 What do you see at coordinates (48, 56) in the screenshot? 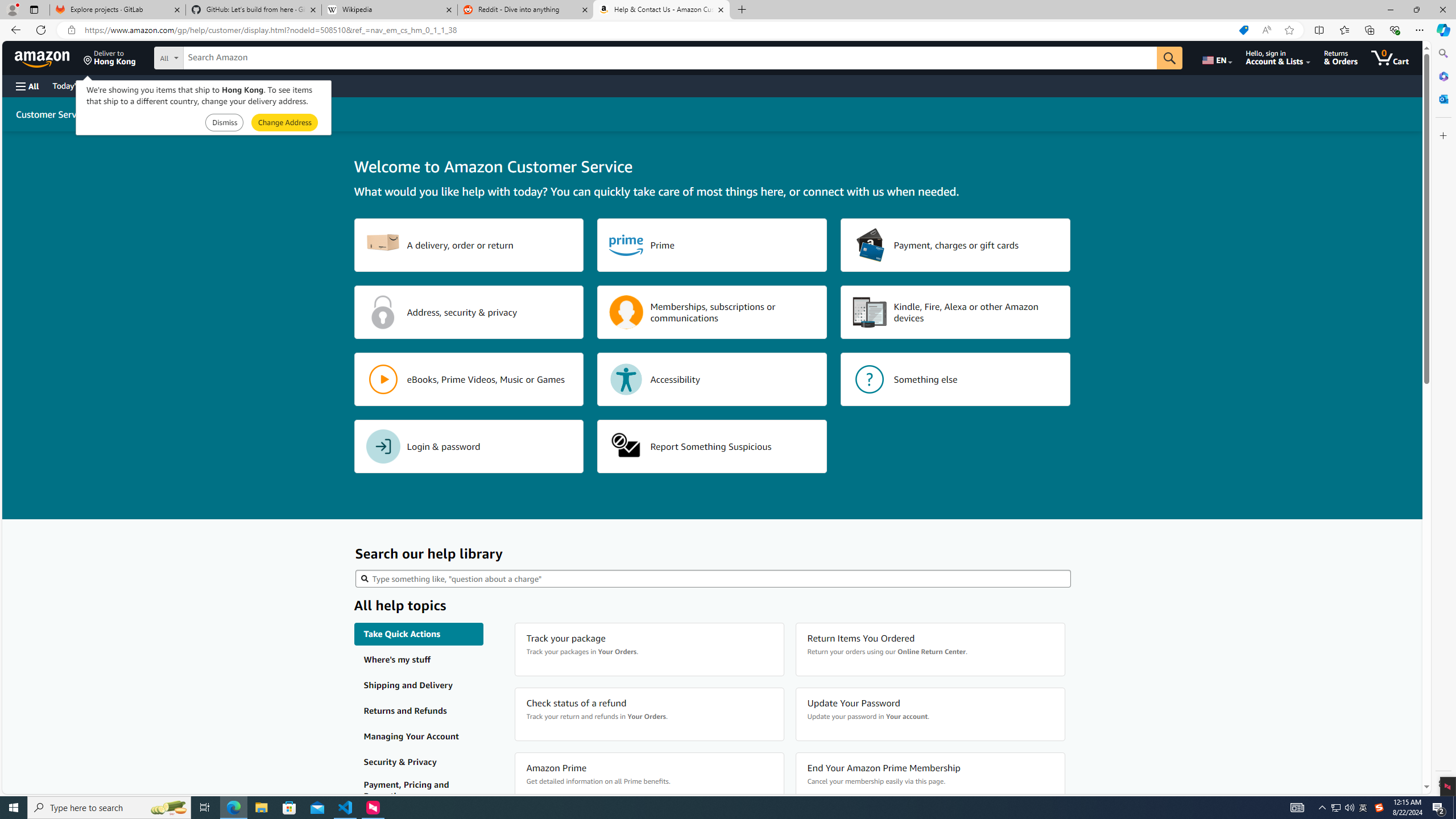
I see `'Skip to main content'` at bounding box center [48, 56].